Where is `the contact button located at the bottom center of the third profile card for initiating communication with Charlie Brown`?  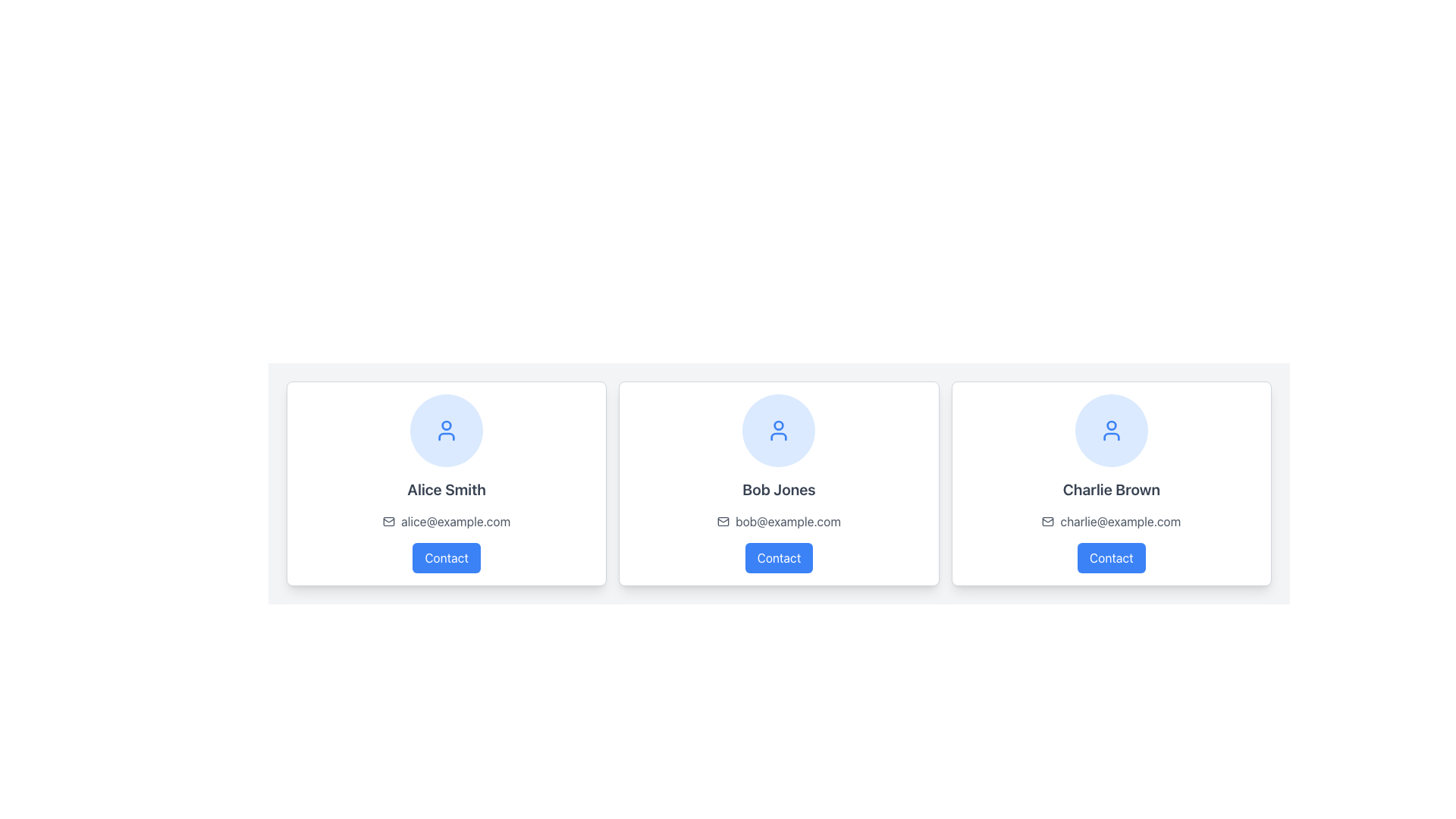
the contact button located at the bottom center of the third profile card for initiating communication with Charlie Brown is located at coordinates (1111, 558).